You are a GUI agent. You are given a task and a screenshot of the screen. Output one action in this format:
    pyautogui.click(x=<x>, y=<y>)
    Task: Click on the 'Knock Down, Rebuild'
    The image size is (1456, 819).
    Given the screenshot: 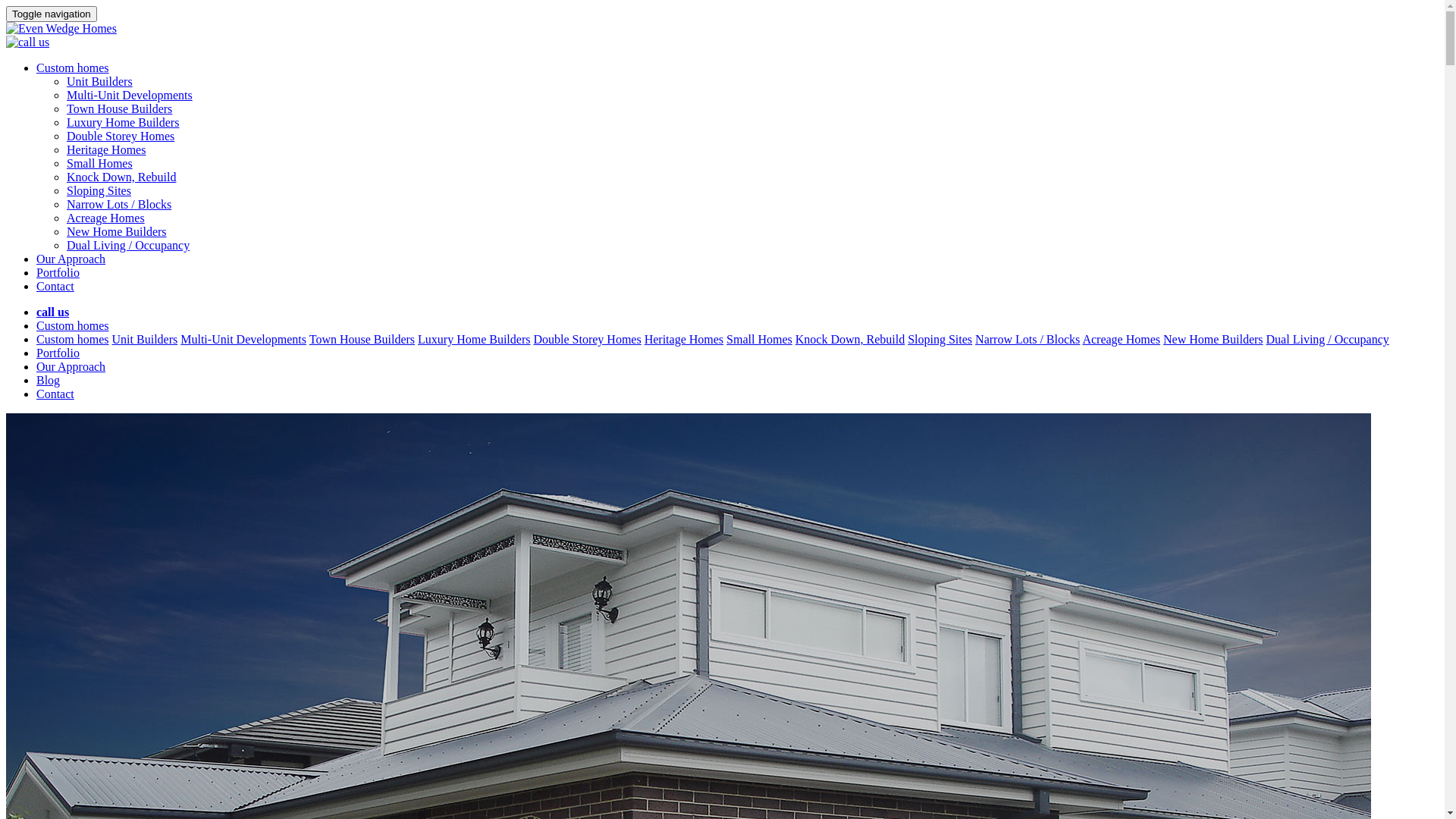 What is the action you would take?
    pyautogui.click(x=65, y=176)
    